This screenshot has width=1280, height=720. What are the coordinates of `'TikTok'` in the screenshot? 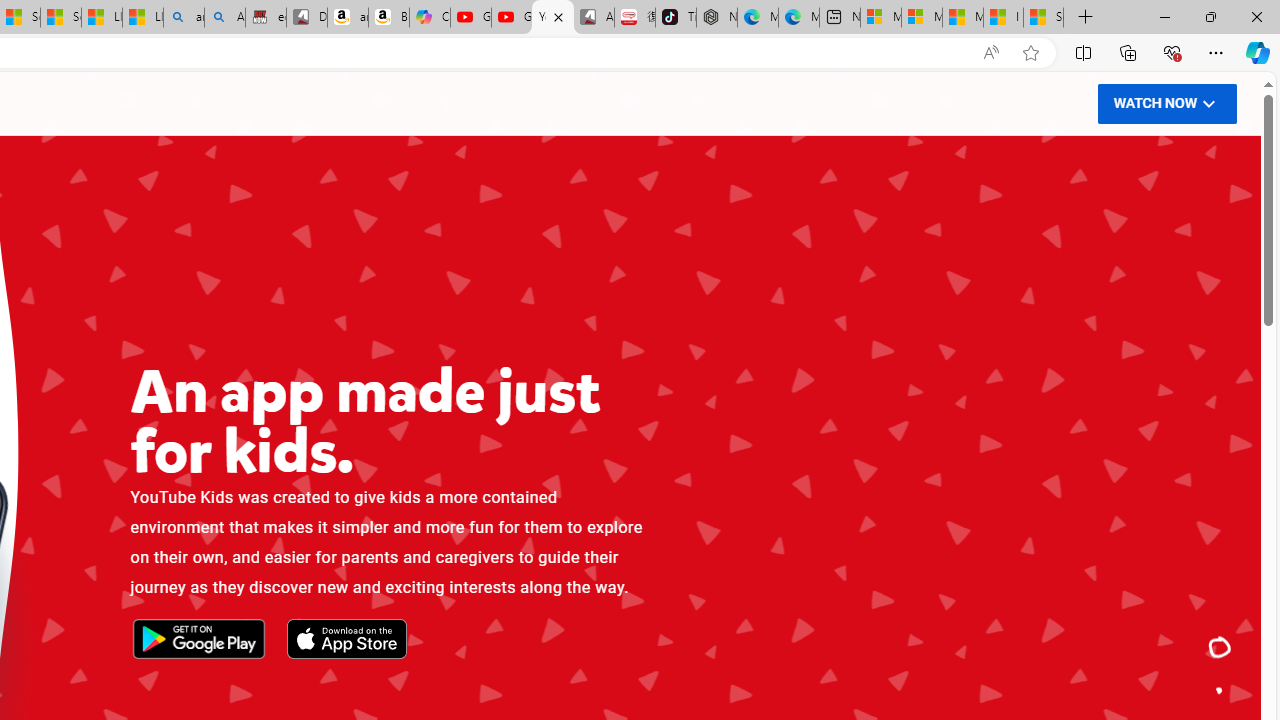 It's located at (675, 17).